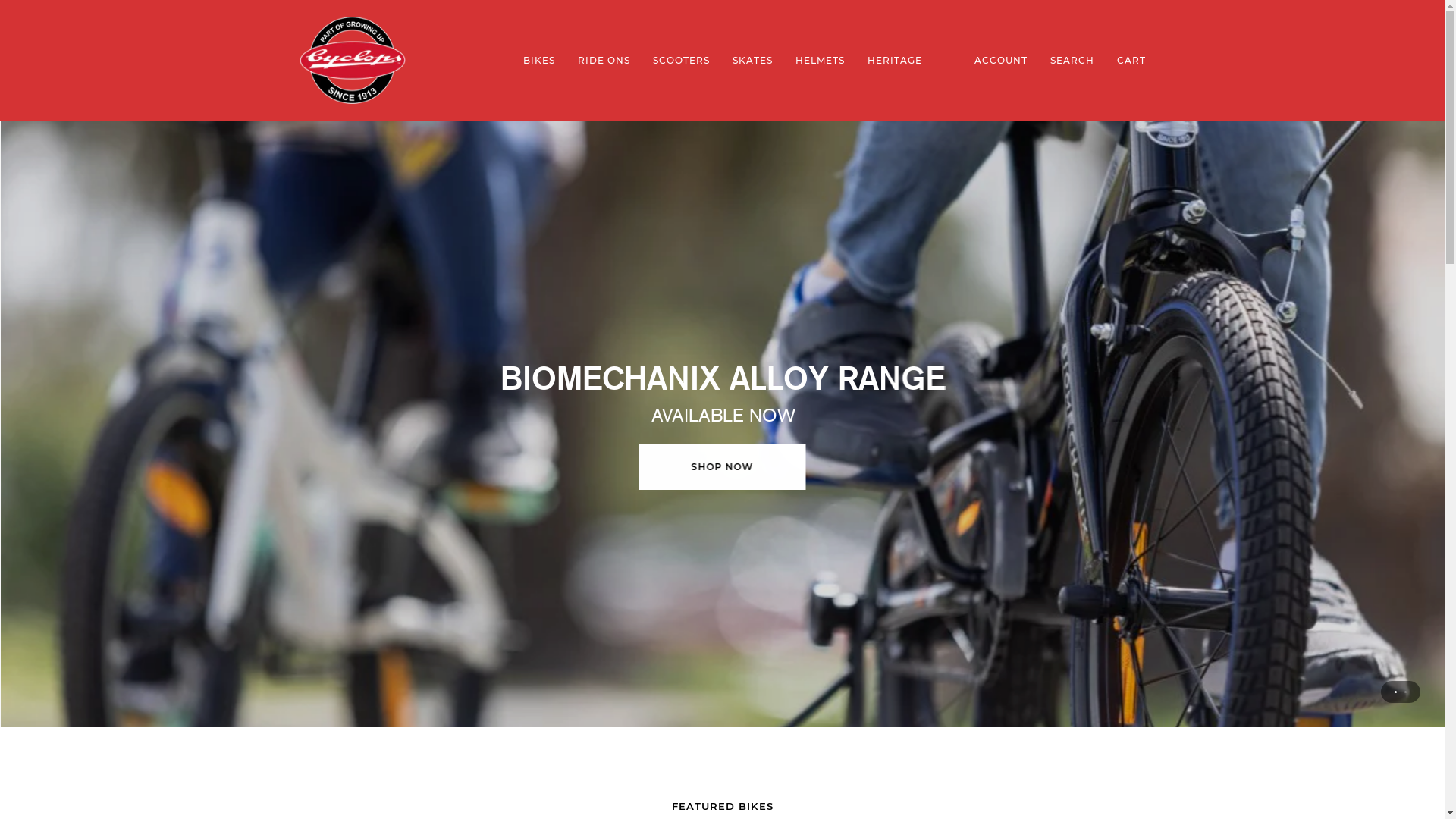  I want to click on 'HERITAGE', so click(894, 59).